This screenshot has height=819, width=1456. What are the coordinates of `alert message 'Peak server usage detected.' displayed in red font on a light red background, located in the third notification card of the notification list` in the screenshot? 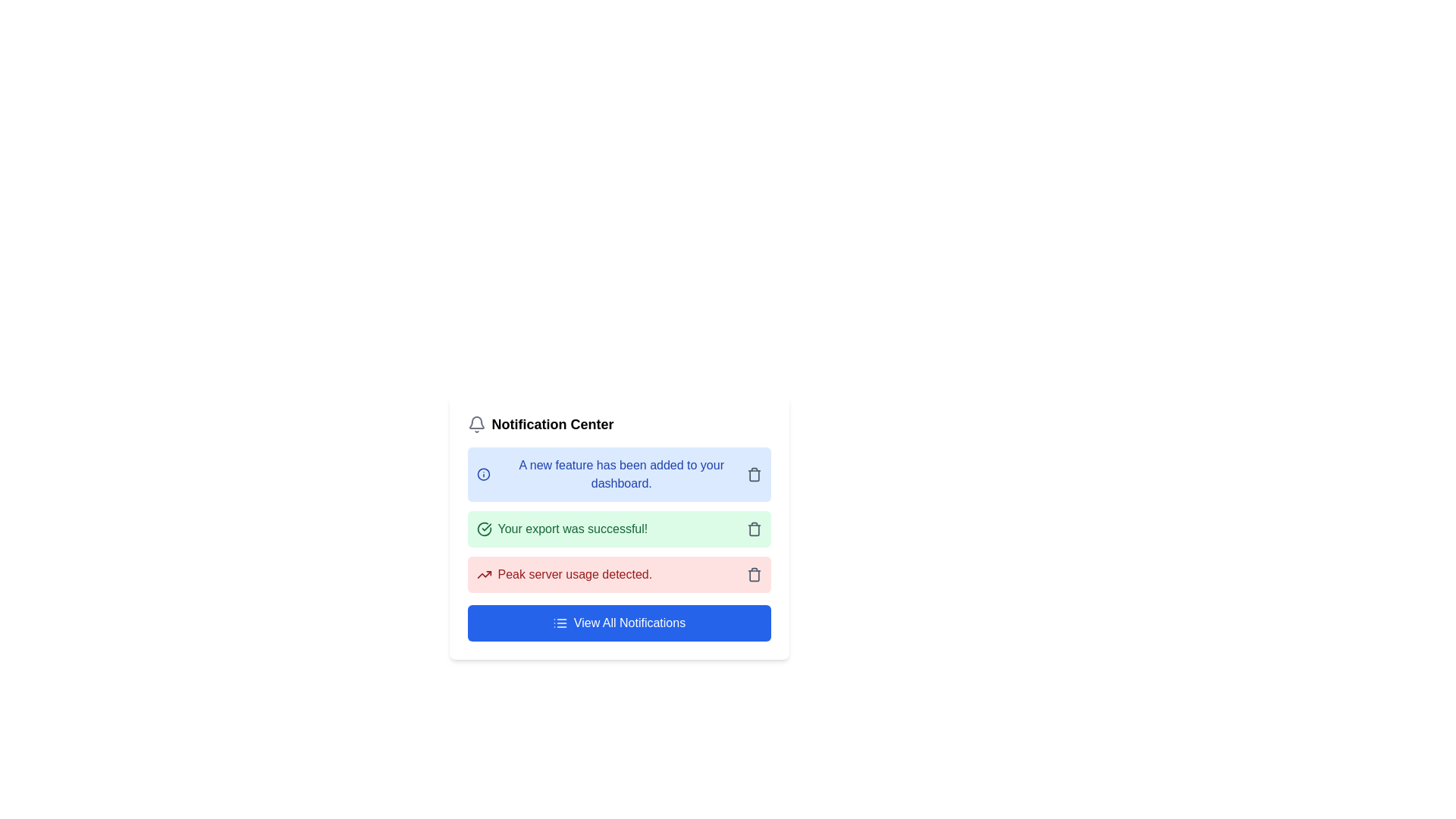 It's located at (563, 575).